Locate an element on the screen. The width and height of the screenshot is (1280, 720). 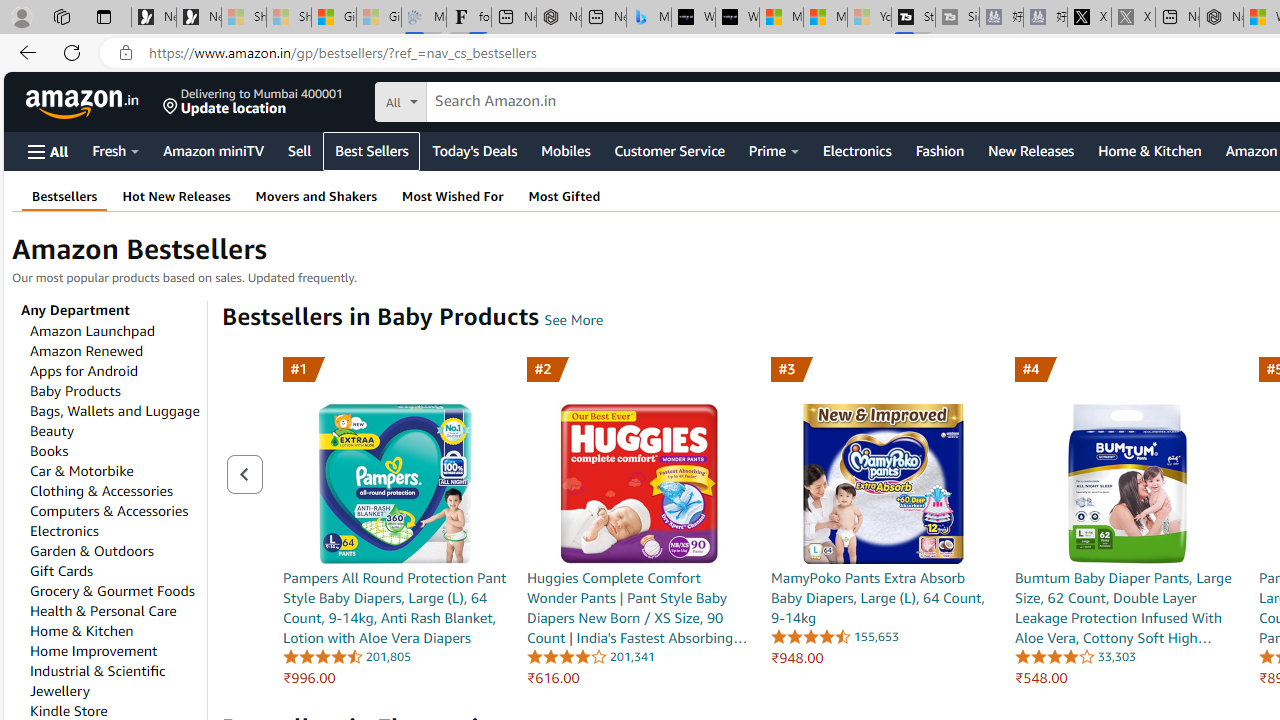
'Best Sellers' is located at coordinates (371, 150).